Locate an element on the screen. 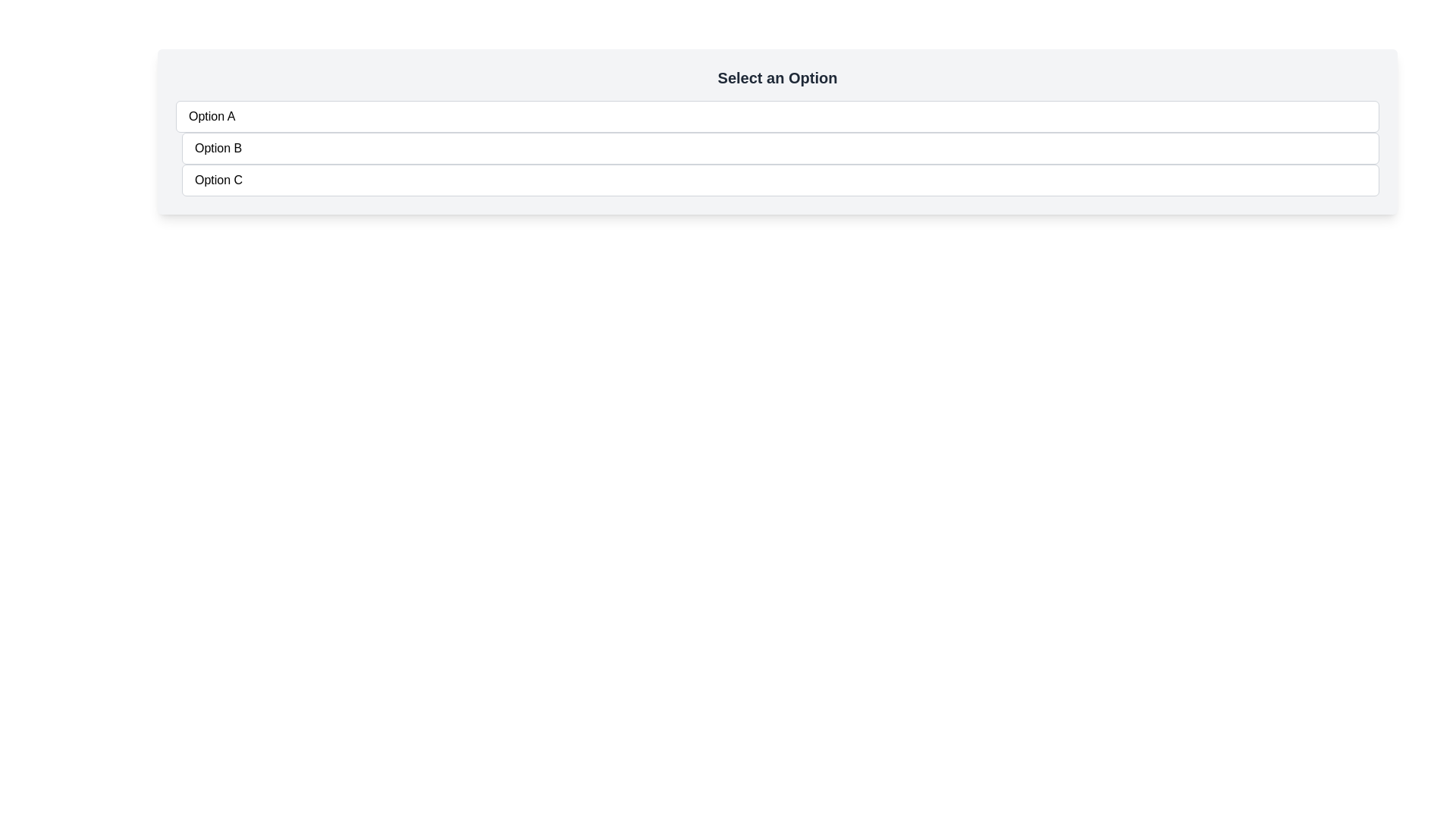 The image size is (1456, 819). the selectable option (radio-list item) labeled 'Option B', which is a rectangular button with a white background and gray borders is located at coordinates (780, 149).